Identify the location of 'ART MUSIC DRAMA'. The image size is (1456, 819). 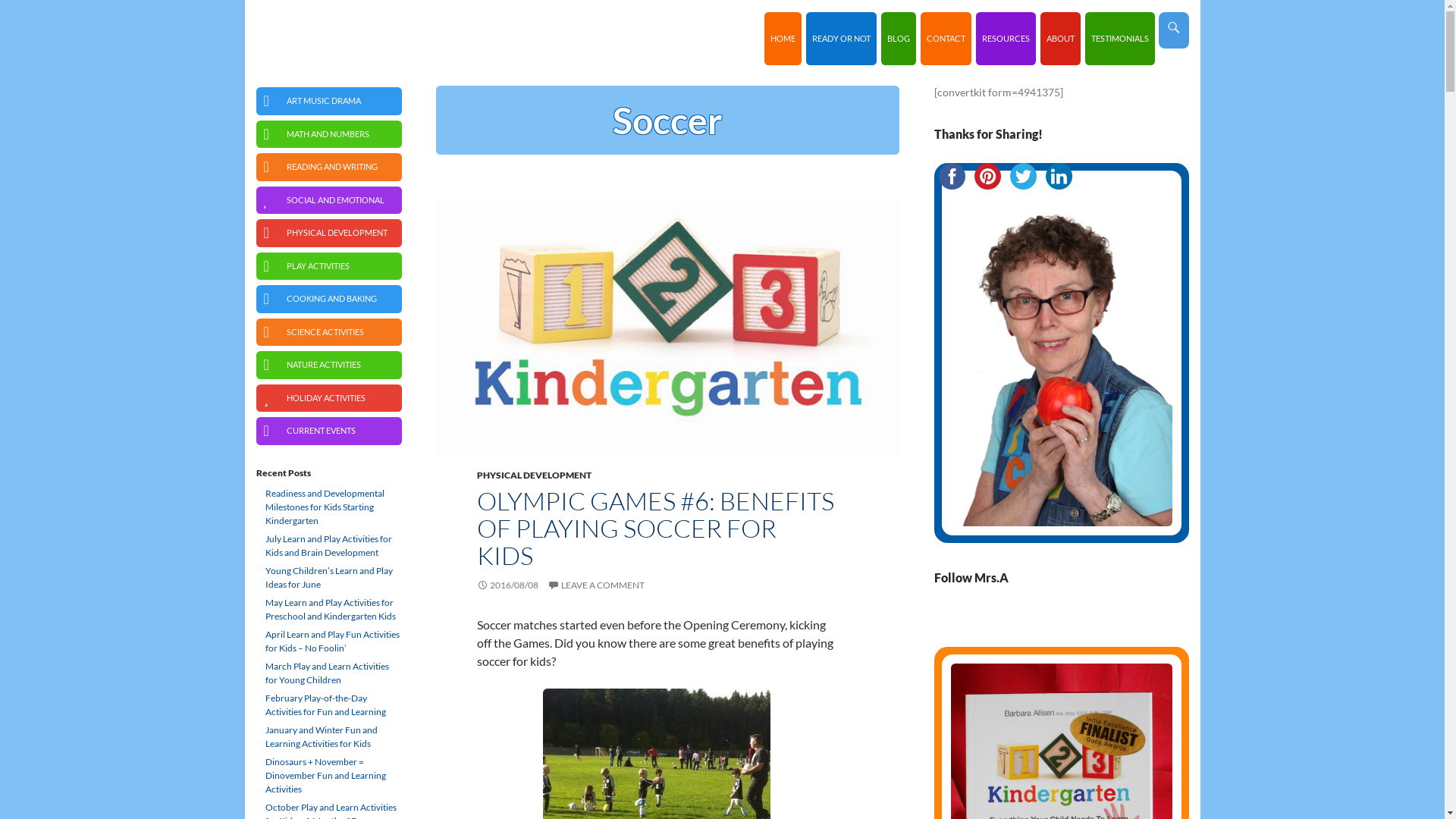
(328, 101).